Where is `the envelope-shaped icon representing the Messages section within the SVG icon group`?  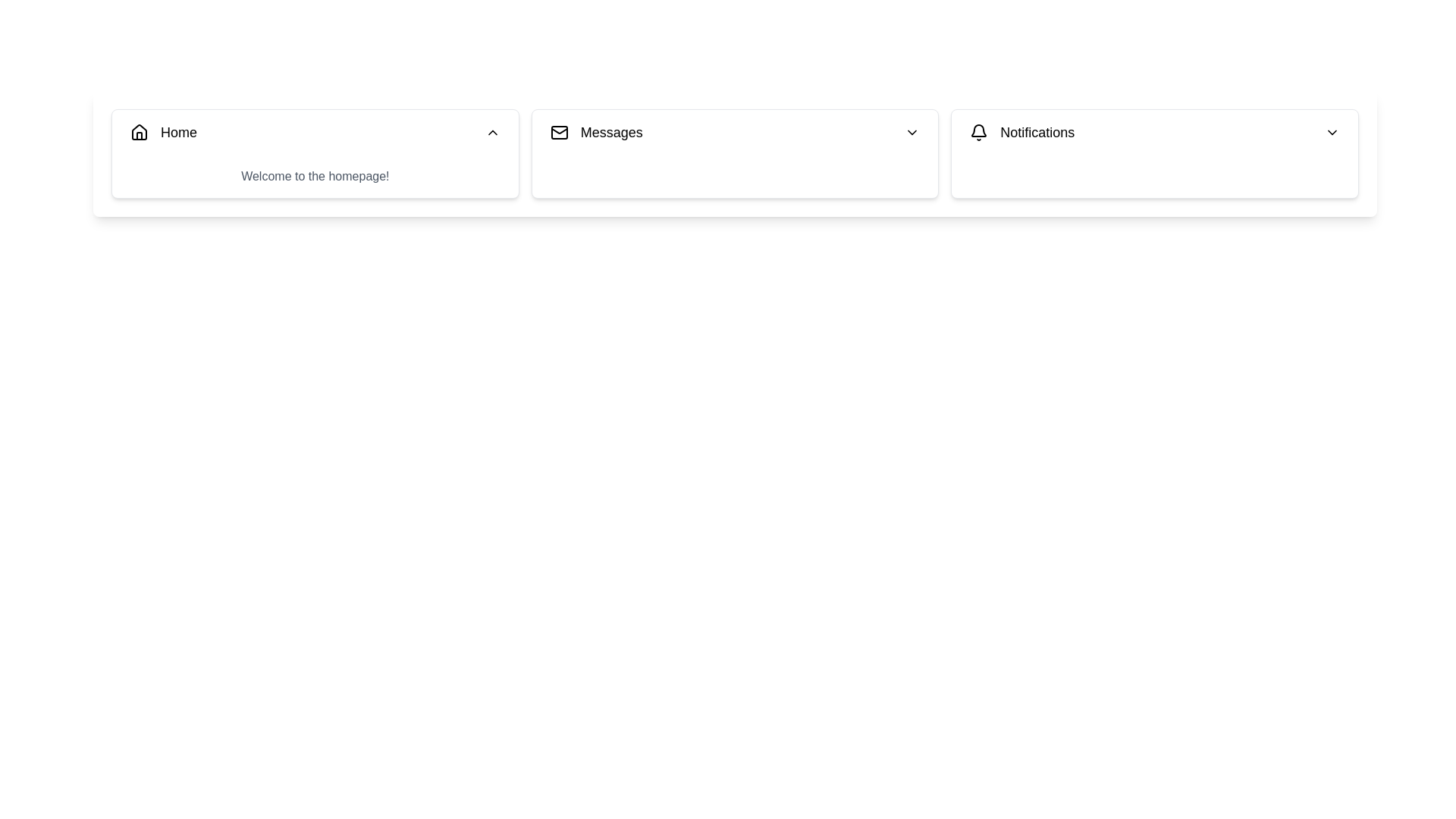 the envelope-shaped icon representing the Messages section within the SVG icon group is located at coordinates (558, 131).